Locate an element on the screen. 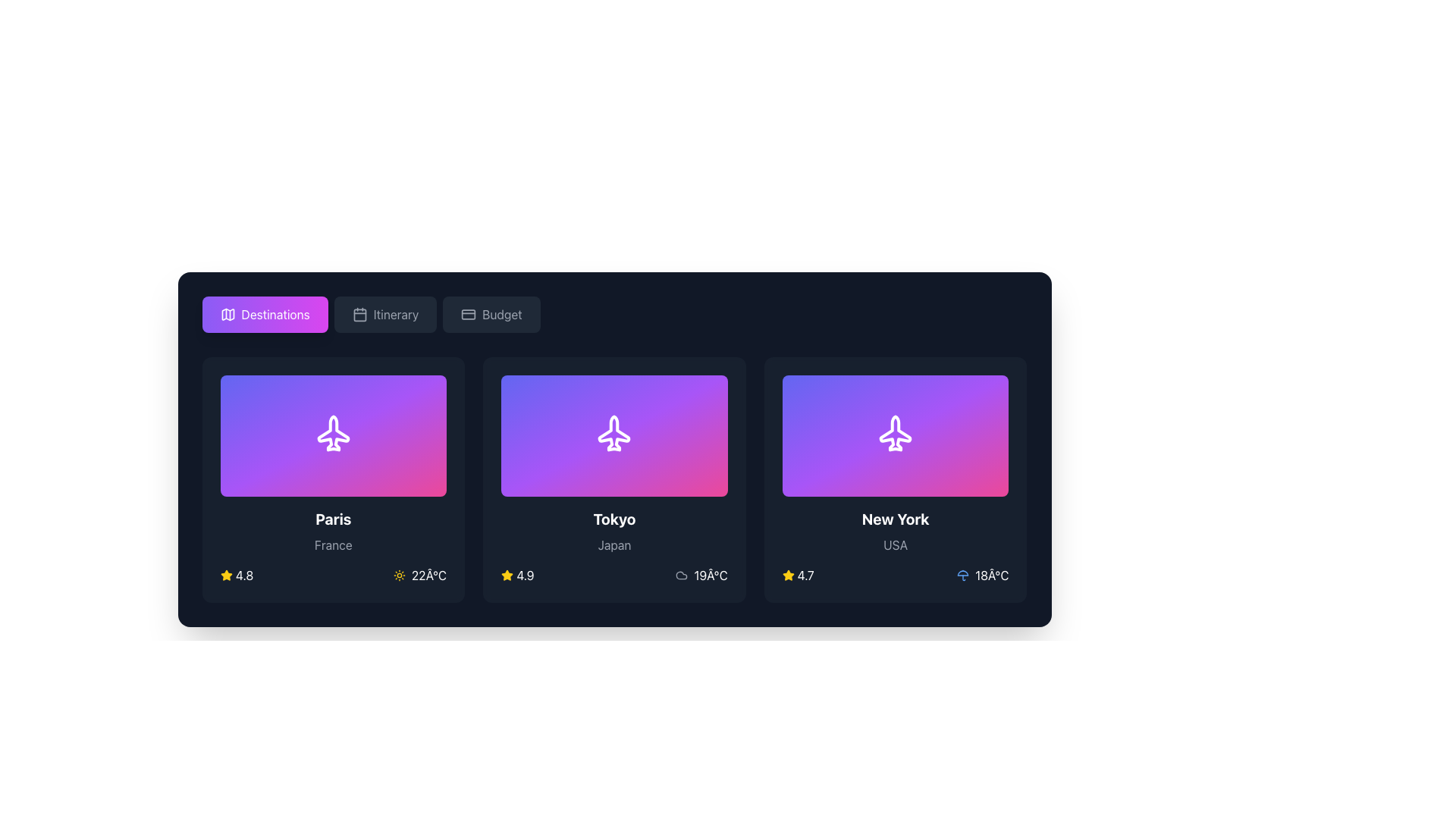  the temperature reading displayed is located at coordinates (420, 576).